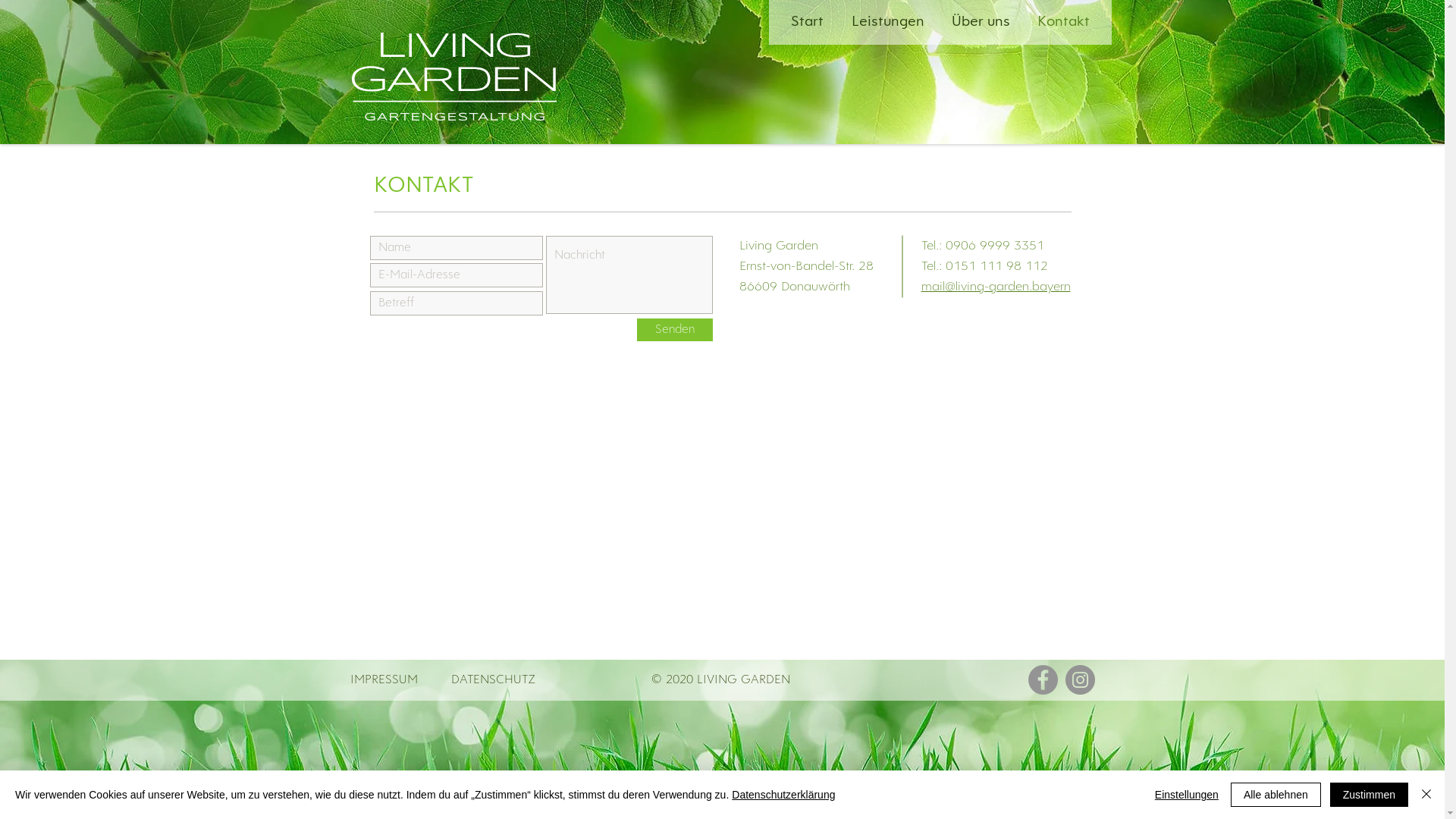 The image size is (1456, 819). Describe the element at coordinates (450, 679) in the screenshot. I see `'DATENSCHUTZ'` at that location.